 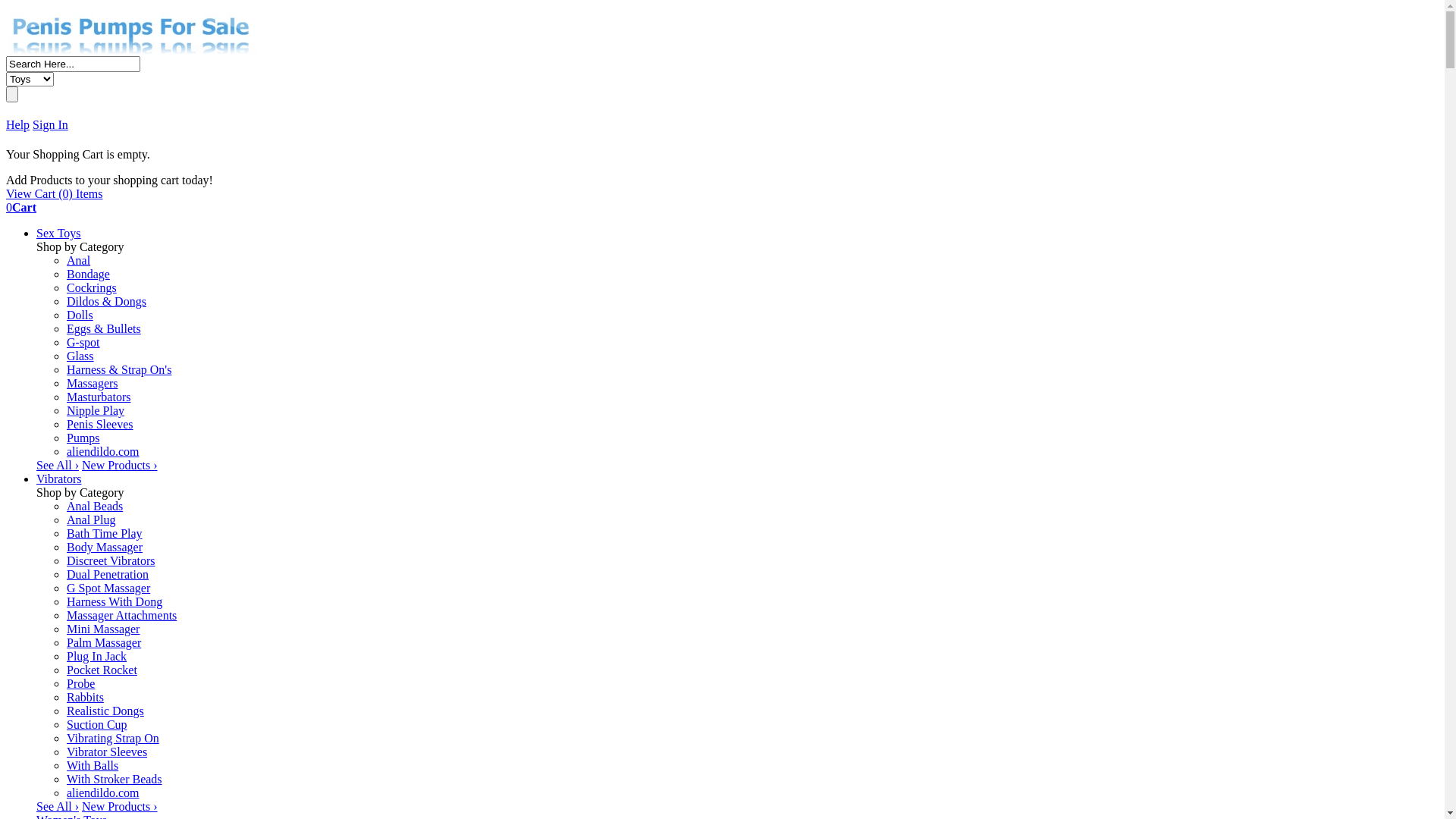 What do you see at coordinates (6, 207) in the screenshot?
I see `'0Cart'` at bounding box center [6, 207].